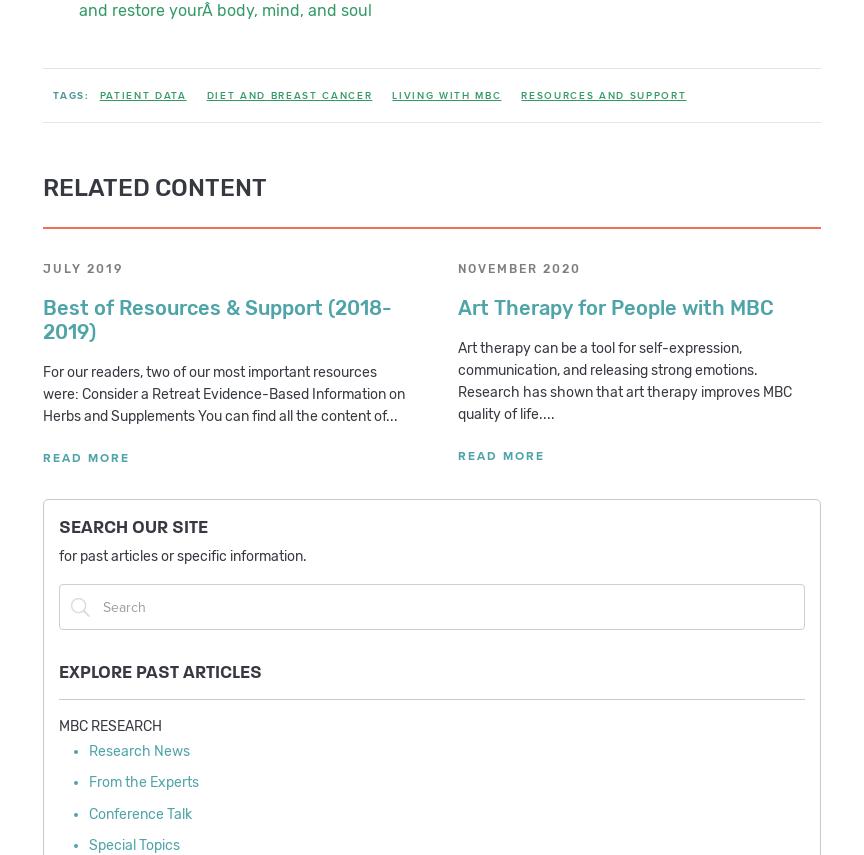  I want to click on 'Special Topics', so click(133, 844).